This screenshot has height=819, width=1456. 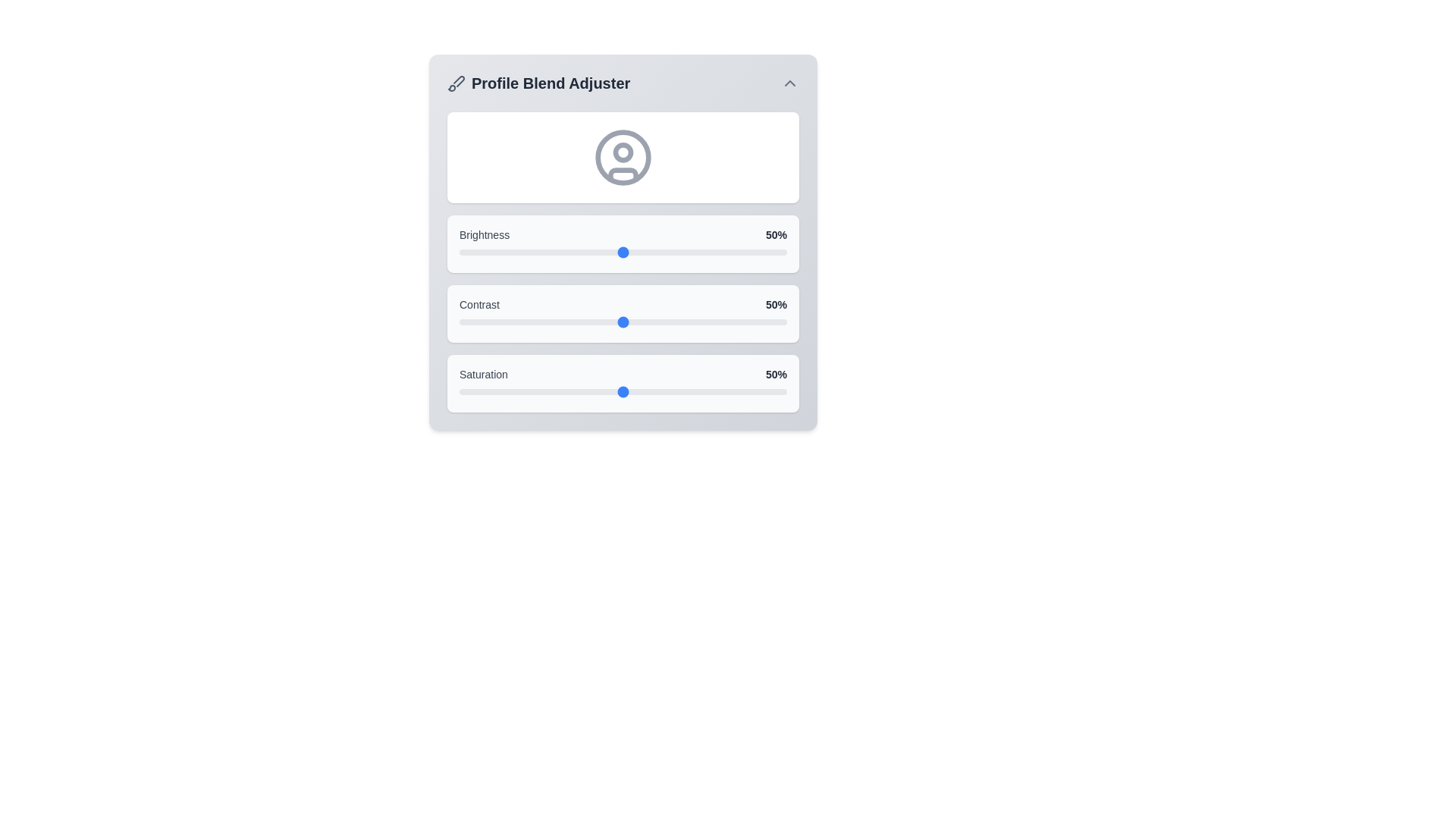 I want to click on contrast, so click(x=754, y=321).